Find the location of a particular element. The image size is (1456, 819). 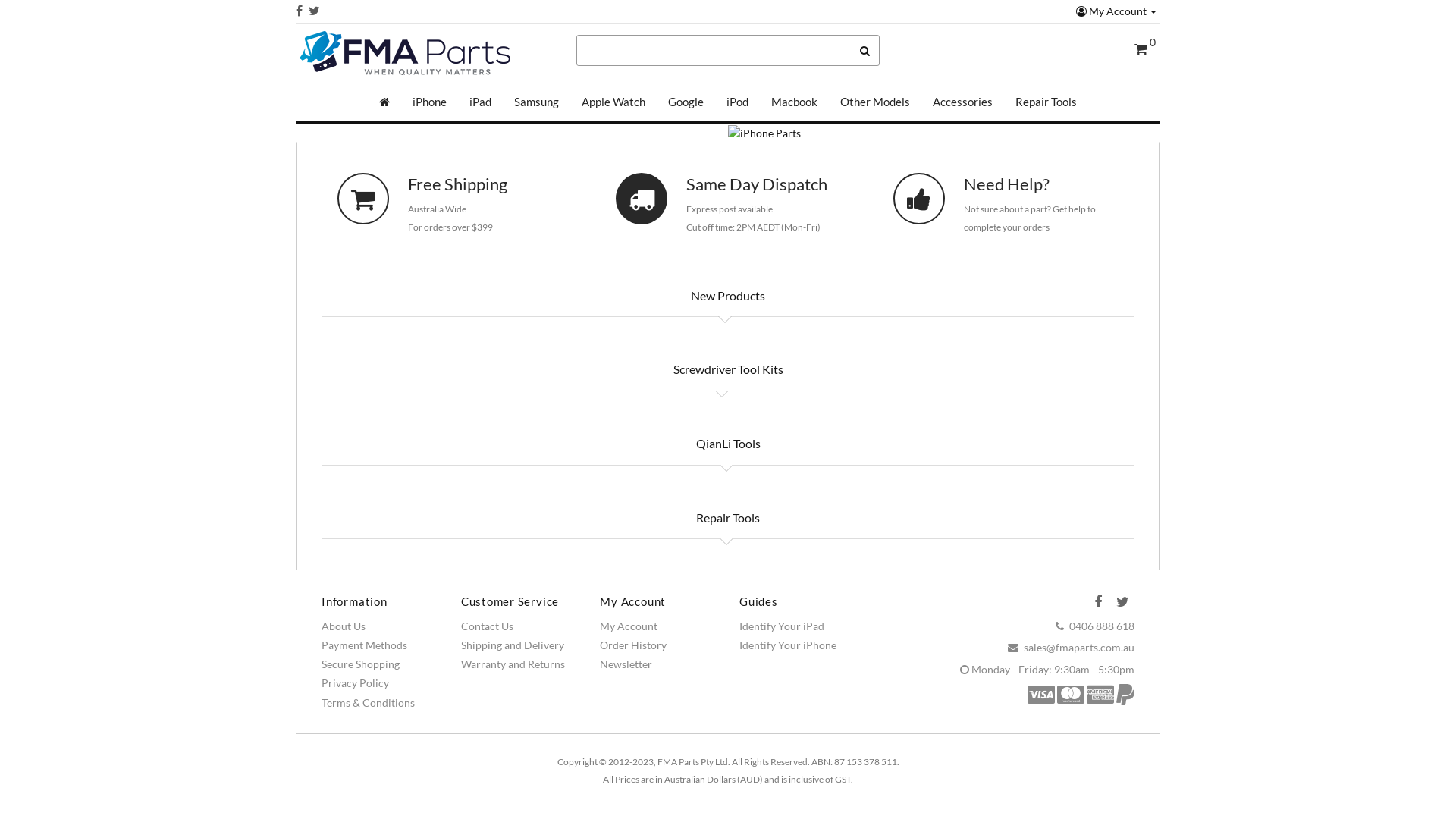

'My Account' is located at coordinates (1116, 11).